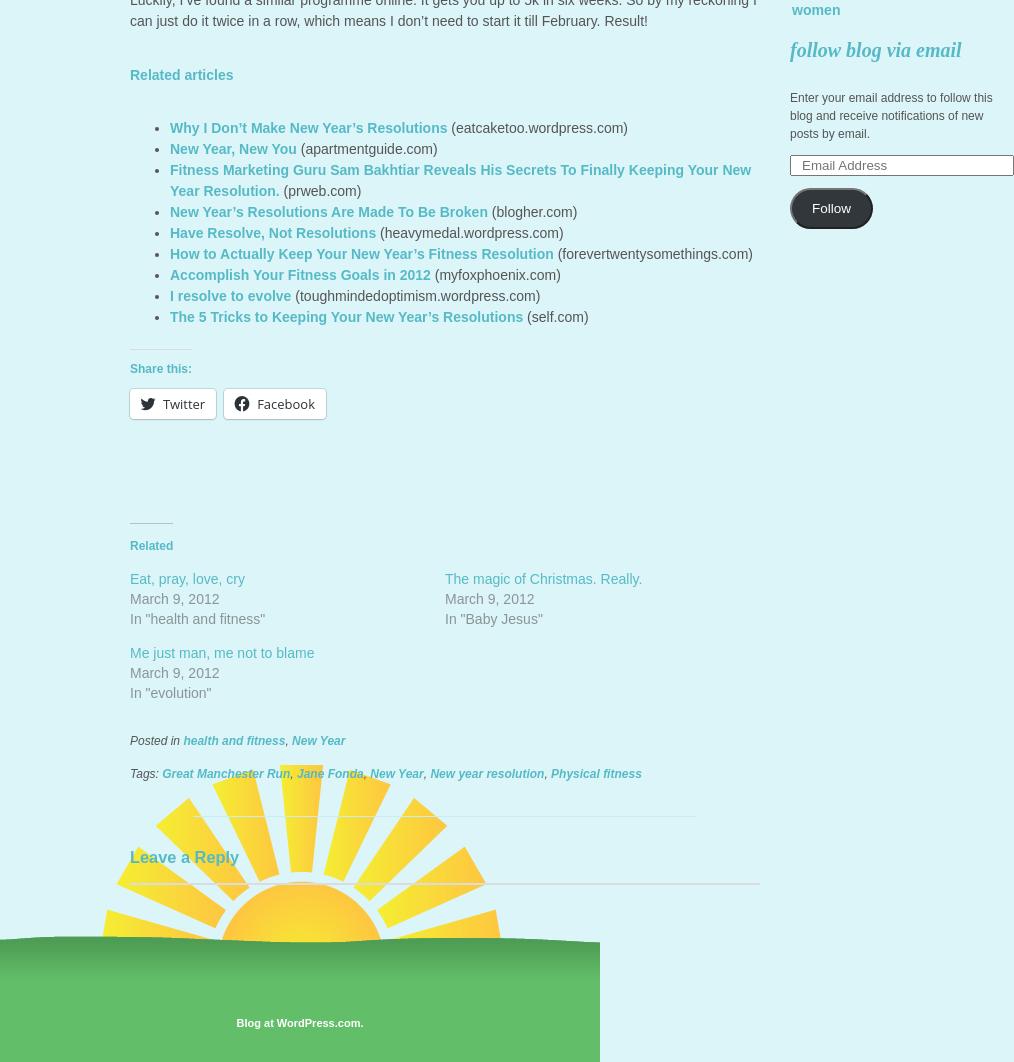 This screenshot has width=1014, height=1062. Describe the element at coordinates (652, 254) in the screenshot. I see `'(forevertwentysomethings.com)'` at that location.